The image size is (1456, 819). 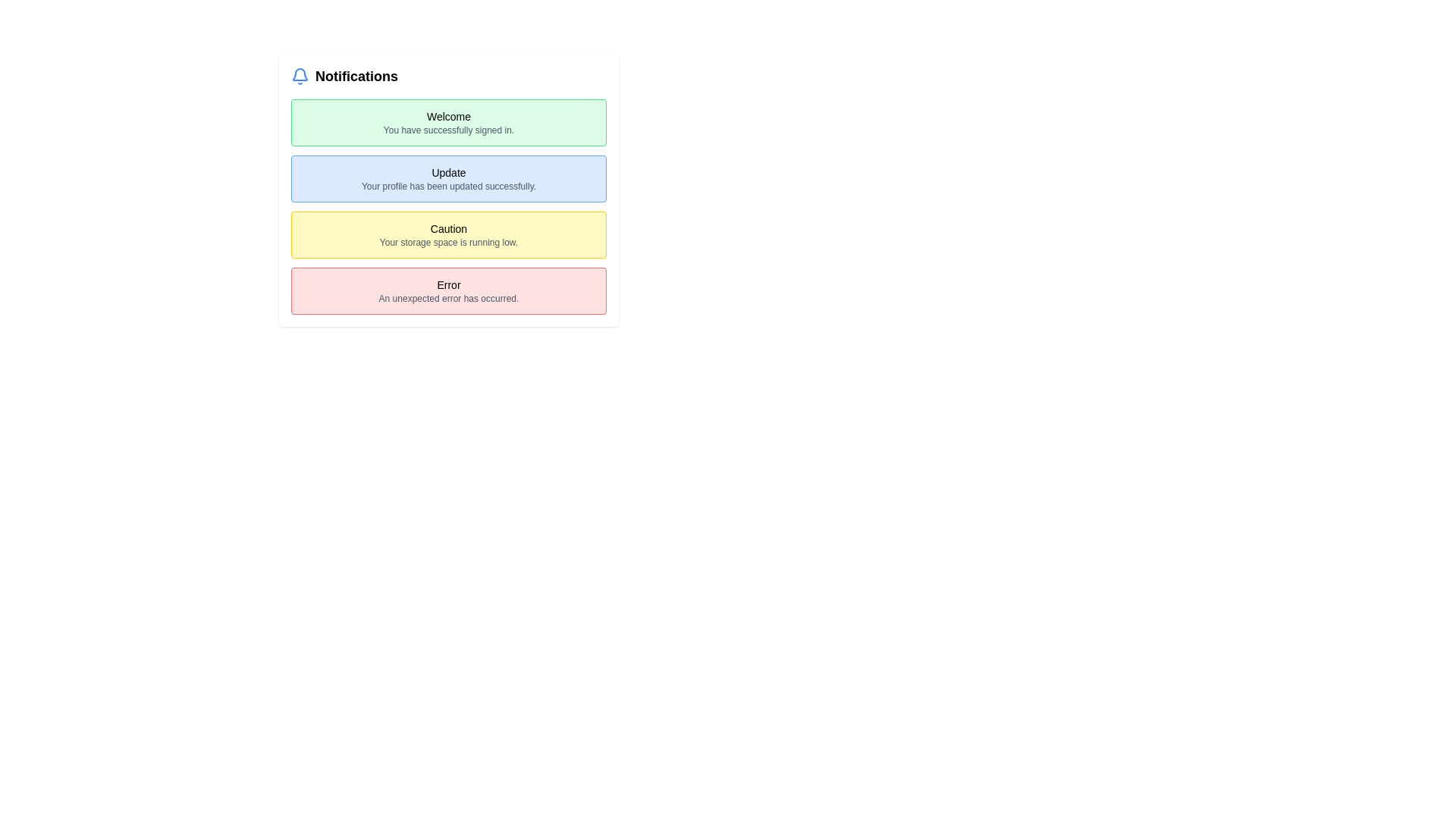 I want to click on the blue bell icon for notifications, which is located to the left of the 'Notifications' text, so click(x=300, y=76).